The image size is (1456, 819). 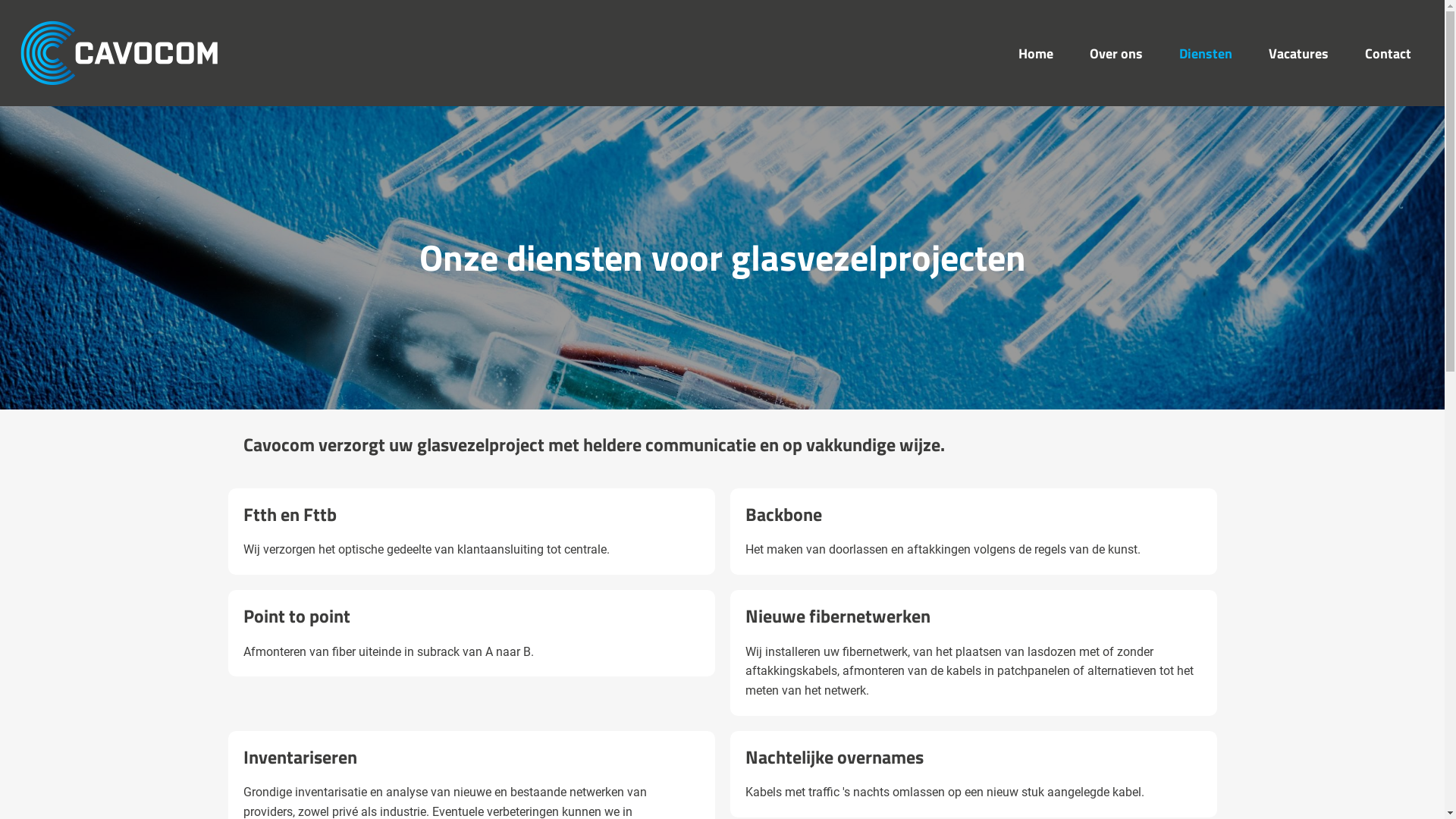 What do you see at coordinates (299, 757) in the screenshot?
I see `'Inventariseren'` at bounding box center [299, 757].